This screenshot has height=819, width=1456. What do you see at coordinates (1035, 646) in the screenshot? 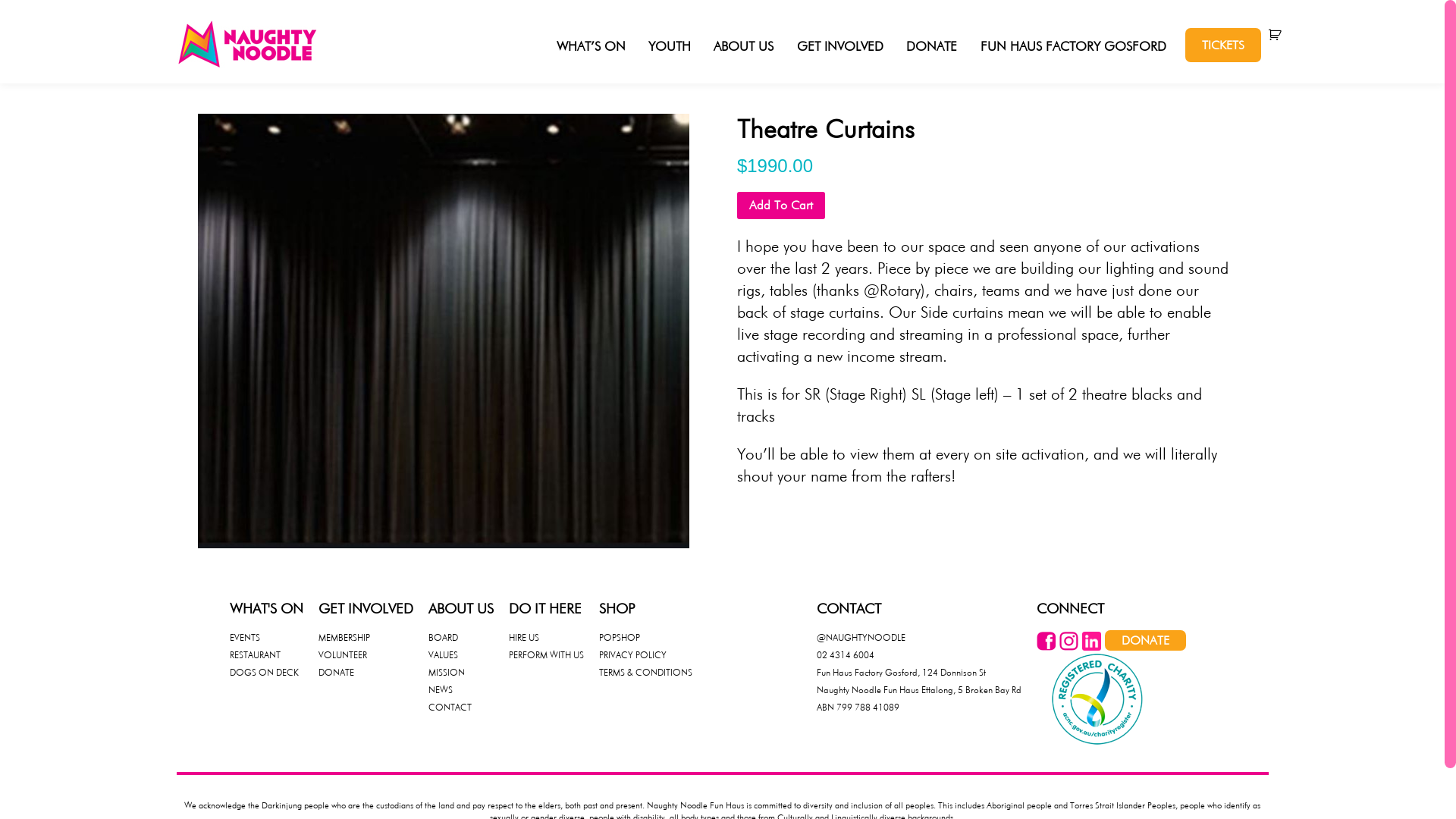
I see `'Facebook'` at bounding box center [1035, 646].